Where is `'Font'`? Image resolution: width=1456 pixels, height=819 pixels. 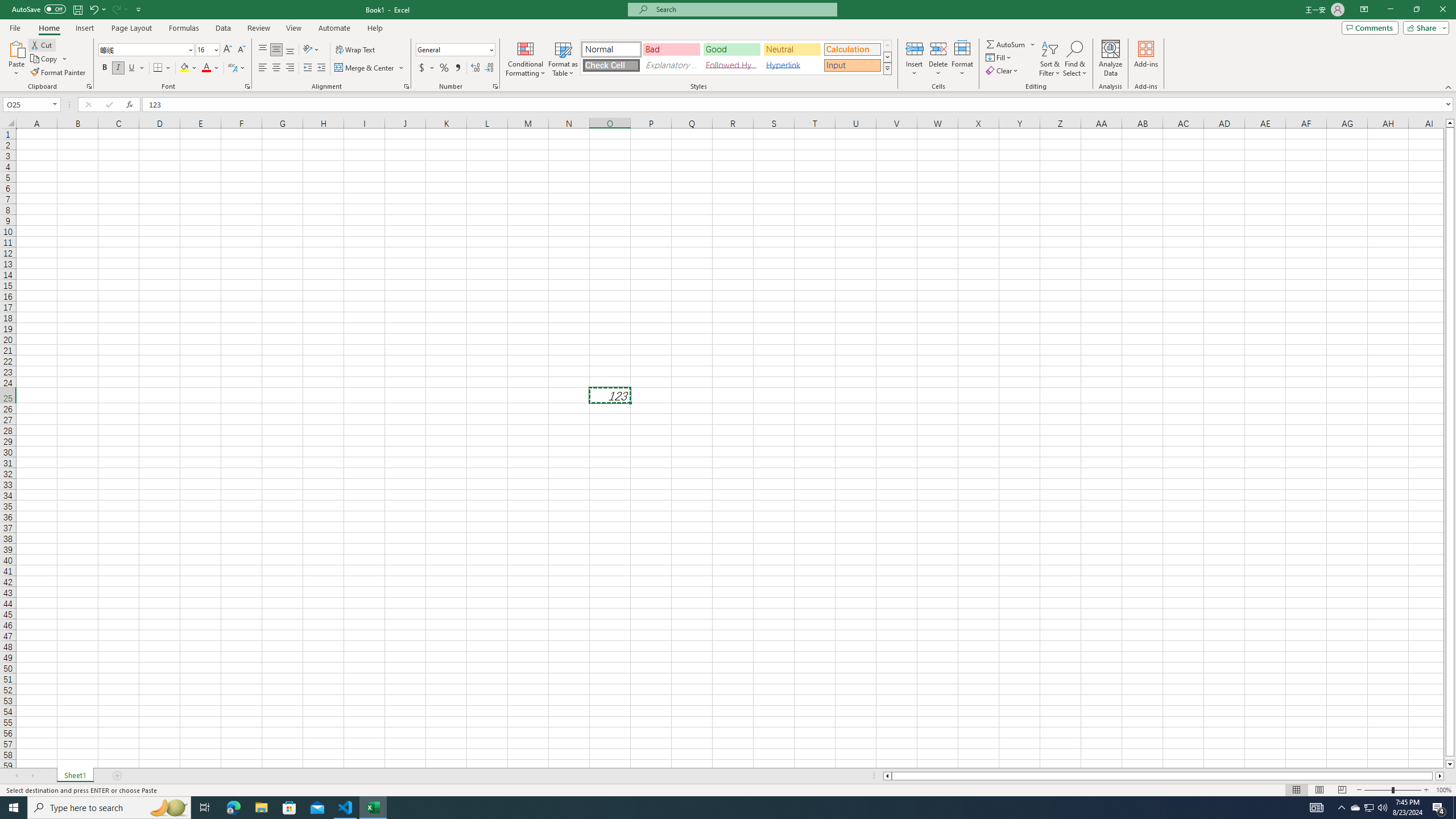 'Font' is located at coordinates (142, 49).